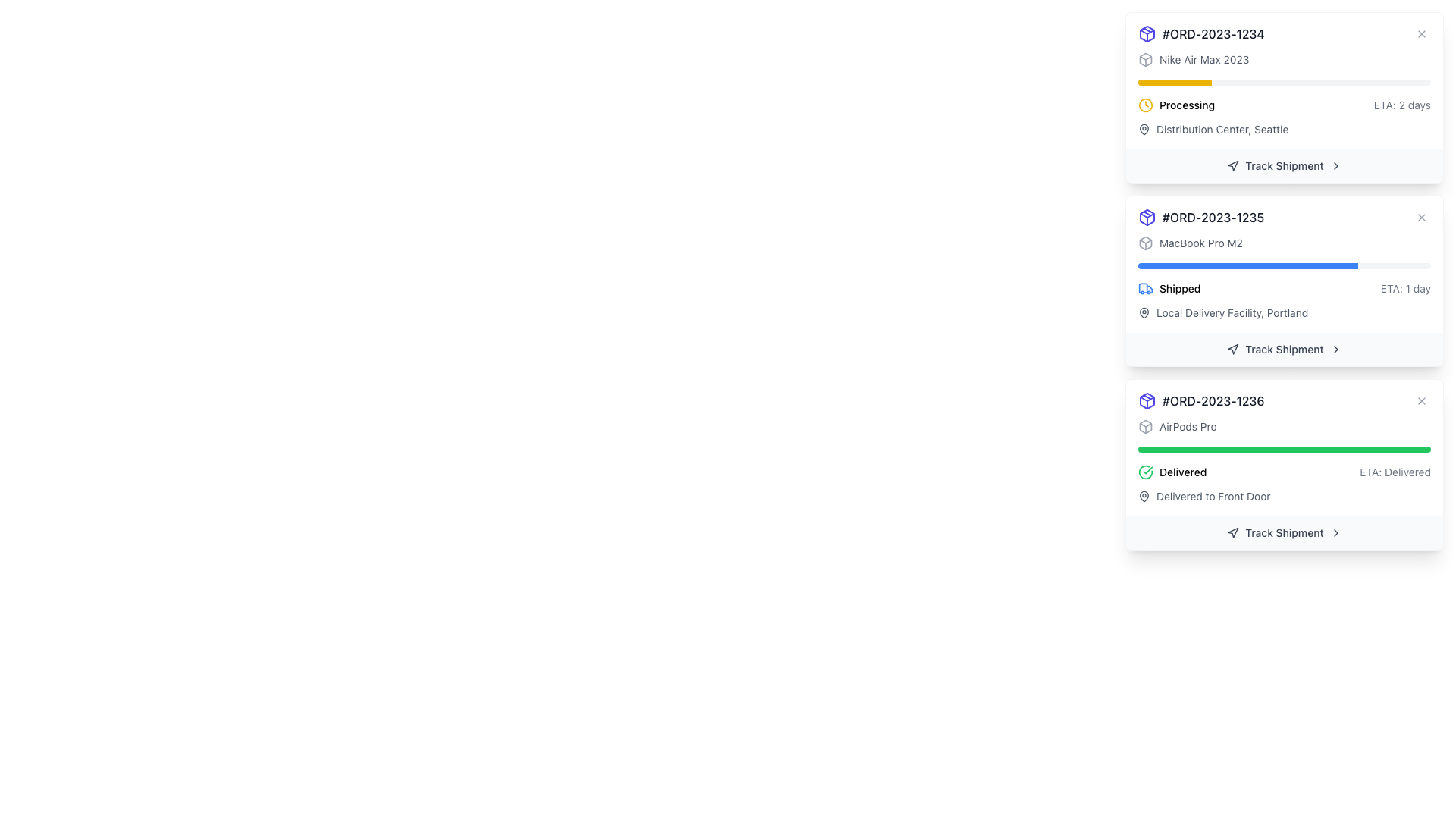  I want to click on the green horizontal progress bar indicating completed status, located below the header '#ORD-2023-1236' and above the delivery details 'Delivered to Front Door', so click(1284, 447).